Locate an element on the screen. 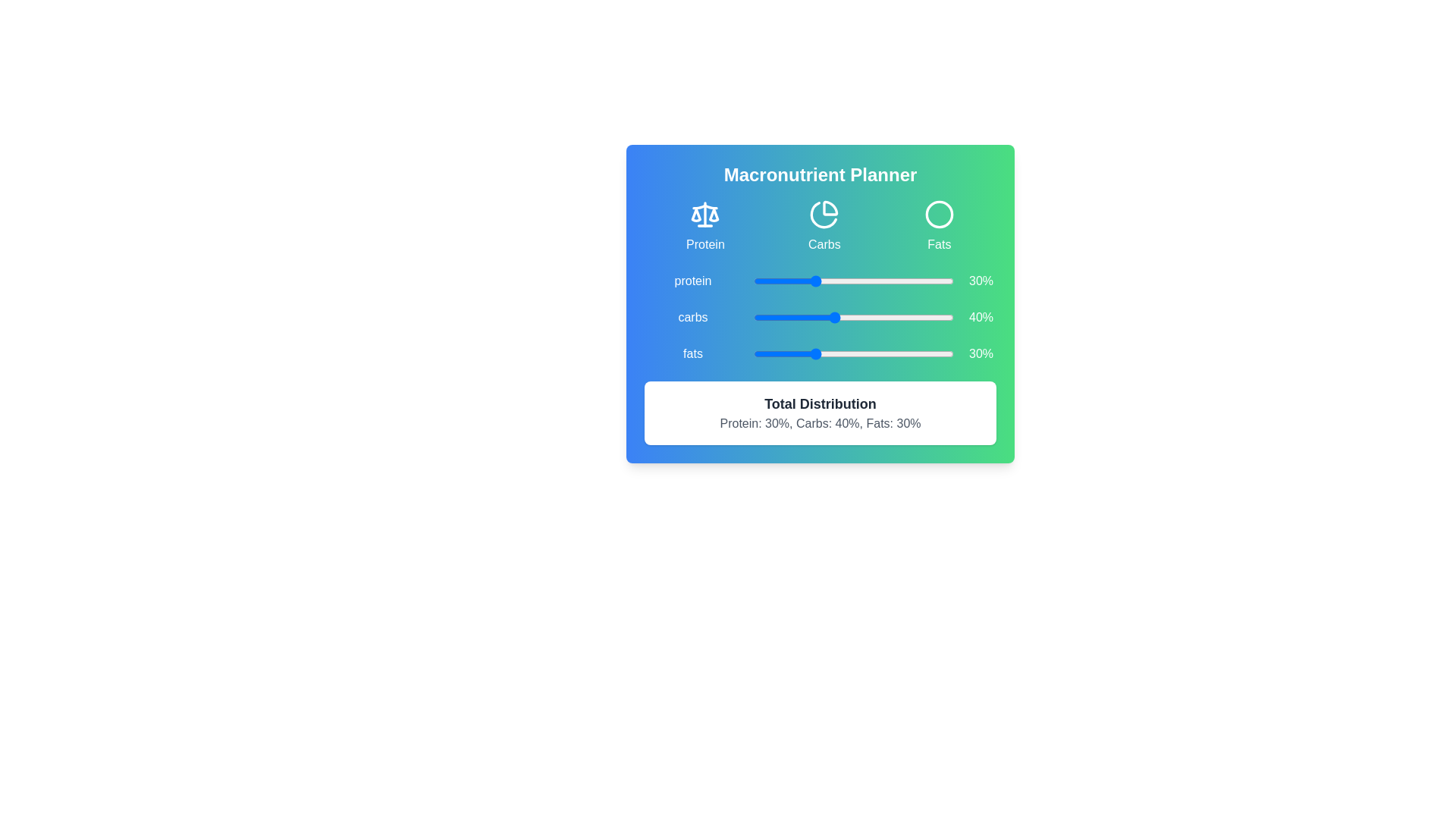 The width and height of the screenshot is (1456, 819). the Text label that indicates carbohydrate-related information, located centrally between the 'Protein' and 'Fats' headers is located at coordinates (824, 243).